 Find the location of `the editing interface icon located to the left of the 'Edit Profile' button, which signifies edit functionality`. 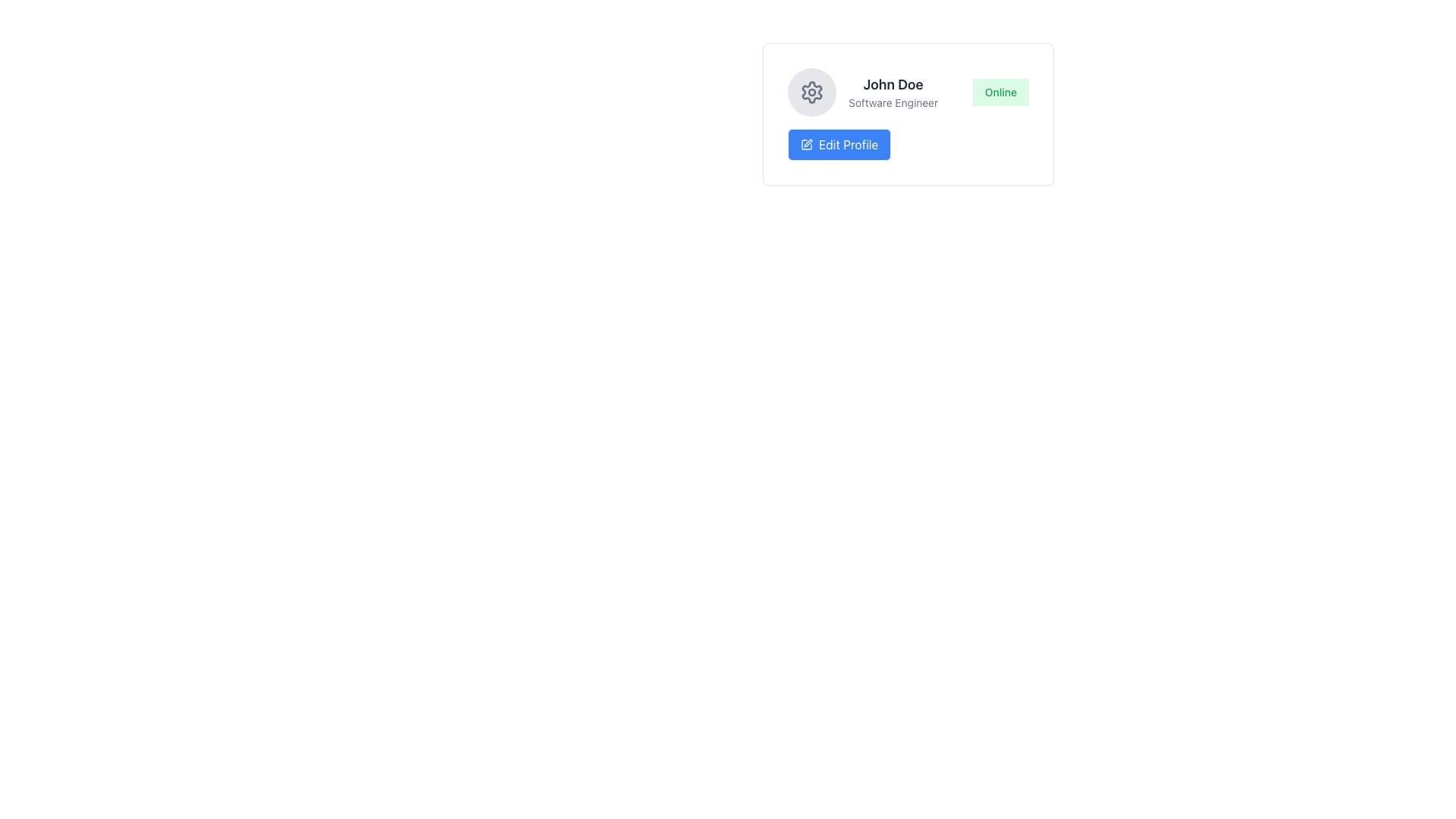

the editing interface icon located to the left of the 'Edit Profile' button, which signifies edit functionality is located at coordinates (807, 143).